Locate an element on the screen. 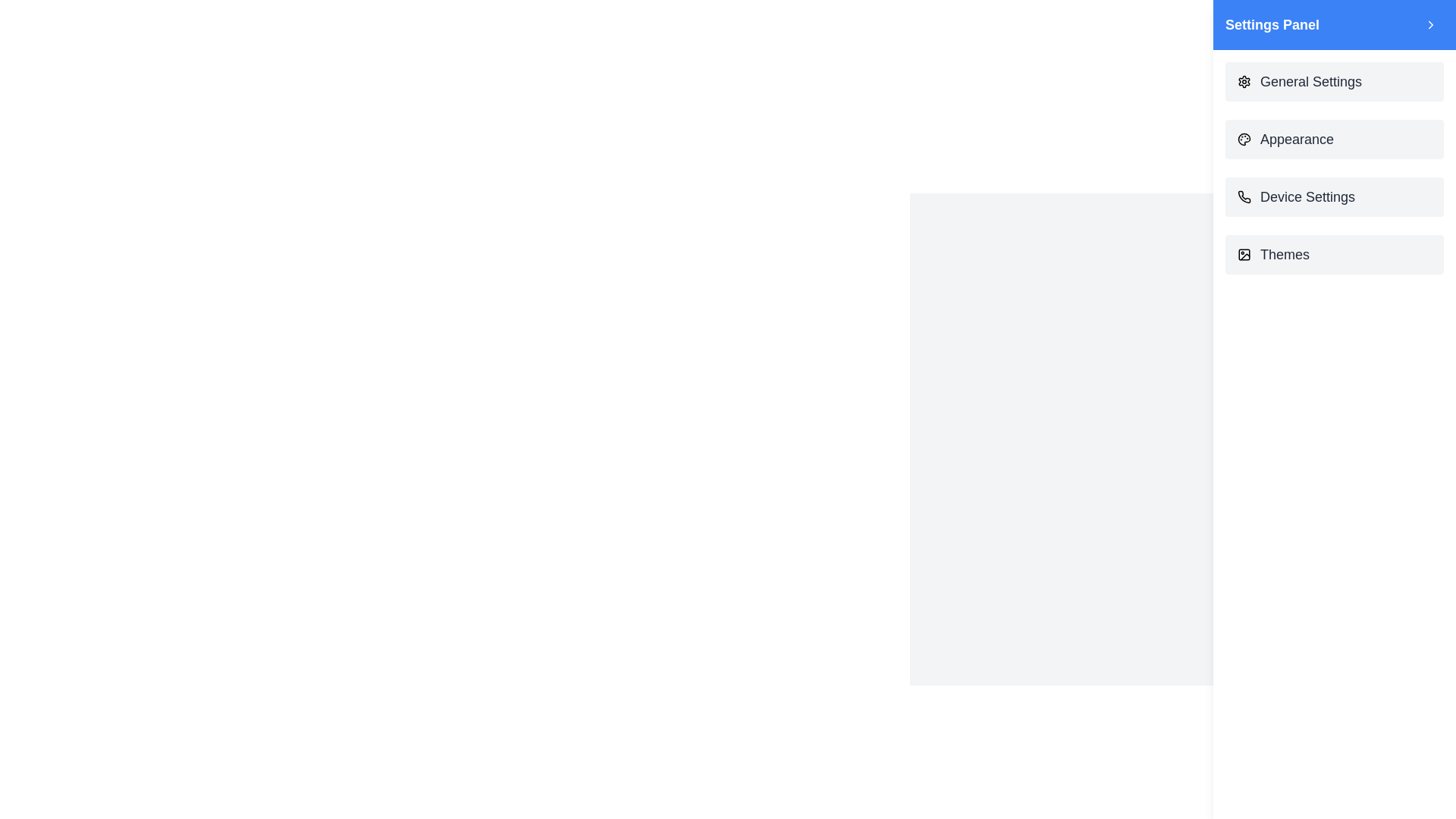 The width and height of the screenshot is (1456, 819). the 'Settings Panel' text label, which is displayed in bold white font on a blue rectangular background in the top-left region of the navigation bar, to trigger any tooltip or highlighting effects is located at coordinates (1272, 25).